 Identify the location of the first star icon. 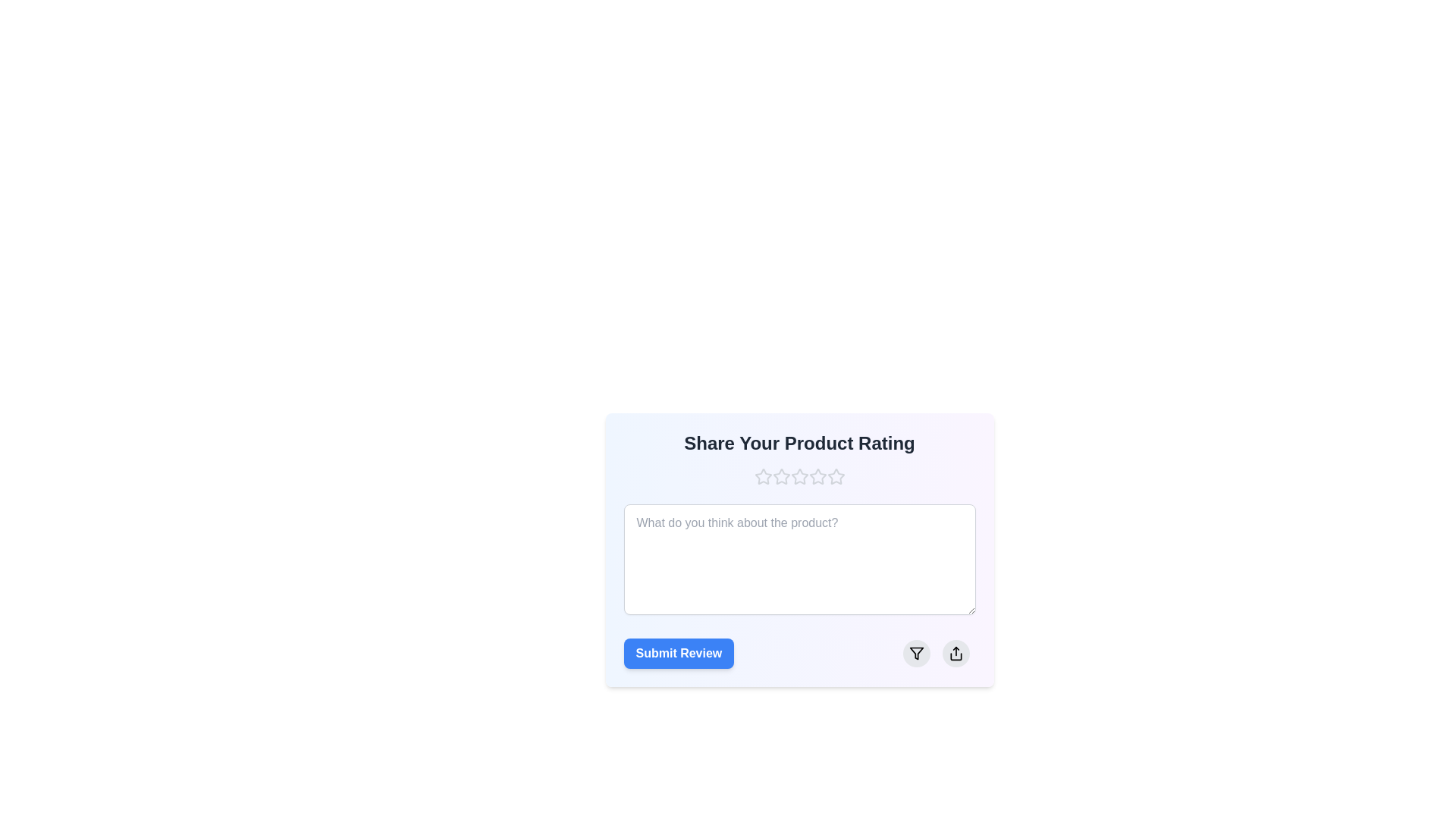
(763, 475).